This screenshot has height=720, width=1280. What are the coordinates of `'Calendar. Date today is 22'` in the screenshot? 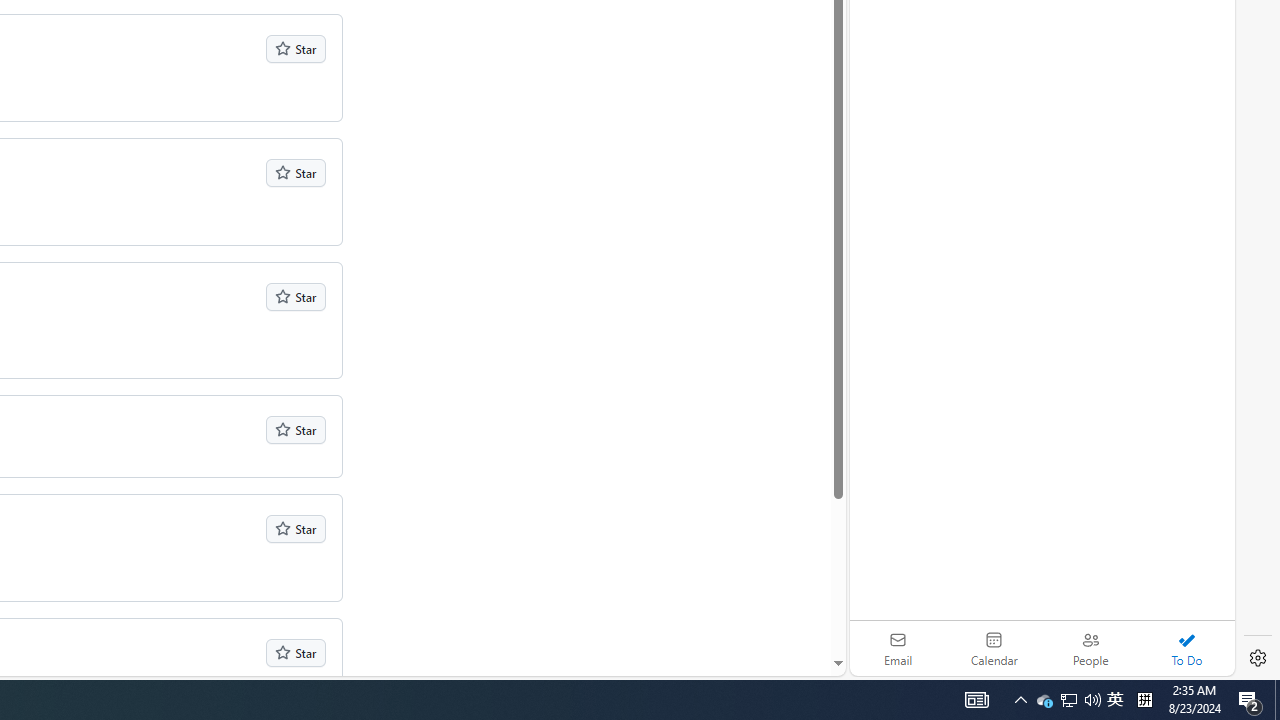 It's located at (994, 648).